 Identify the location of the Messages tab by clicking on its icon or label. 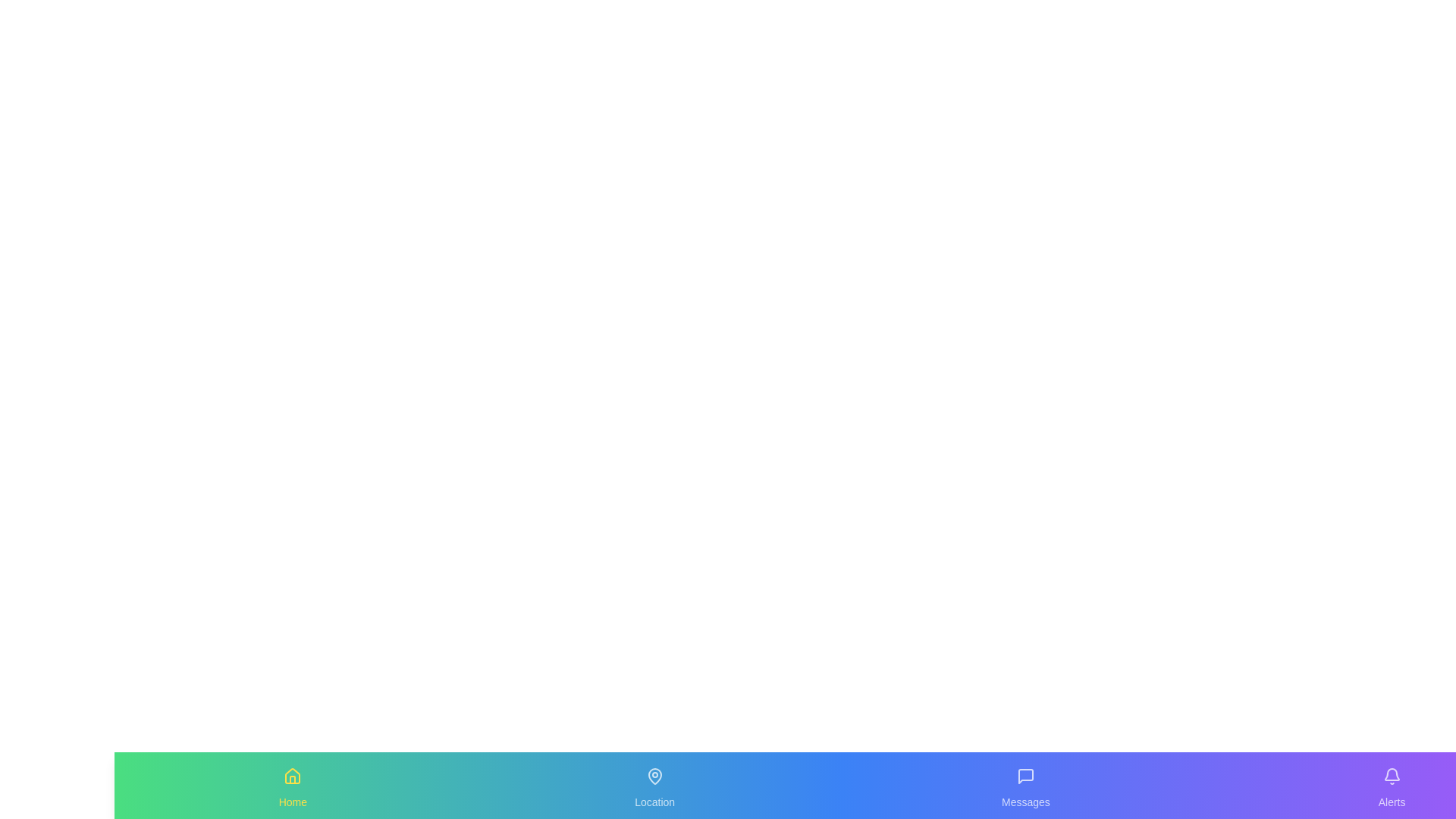
(1025, 785).